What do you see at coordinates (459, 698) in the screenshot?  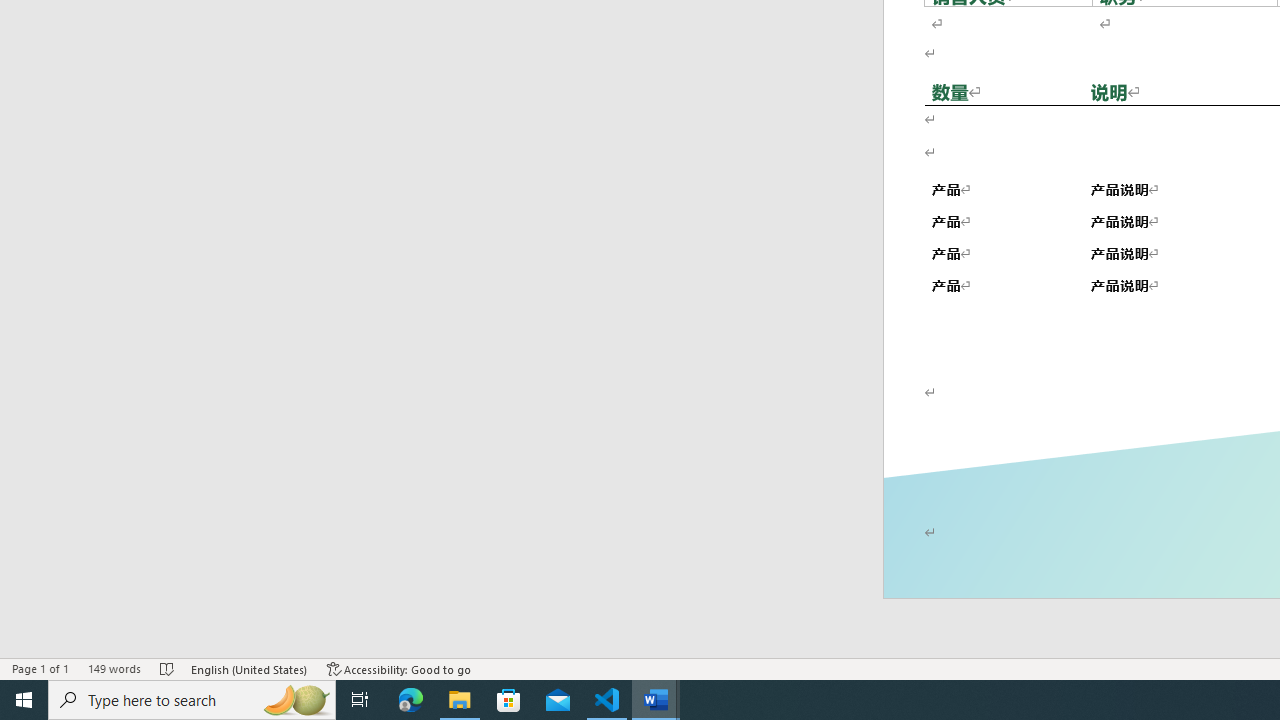 I see `'File Explorer - 1 running window'` at bounding box center [459, 698].